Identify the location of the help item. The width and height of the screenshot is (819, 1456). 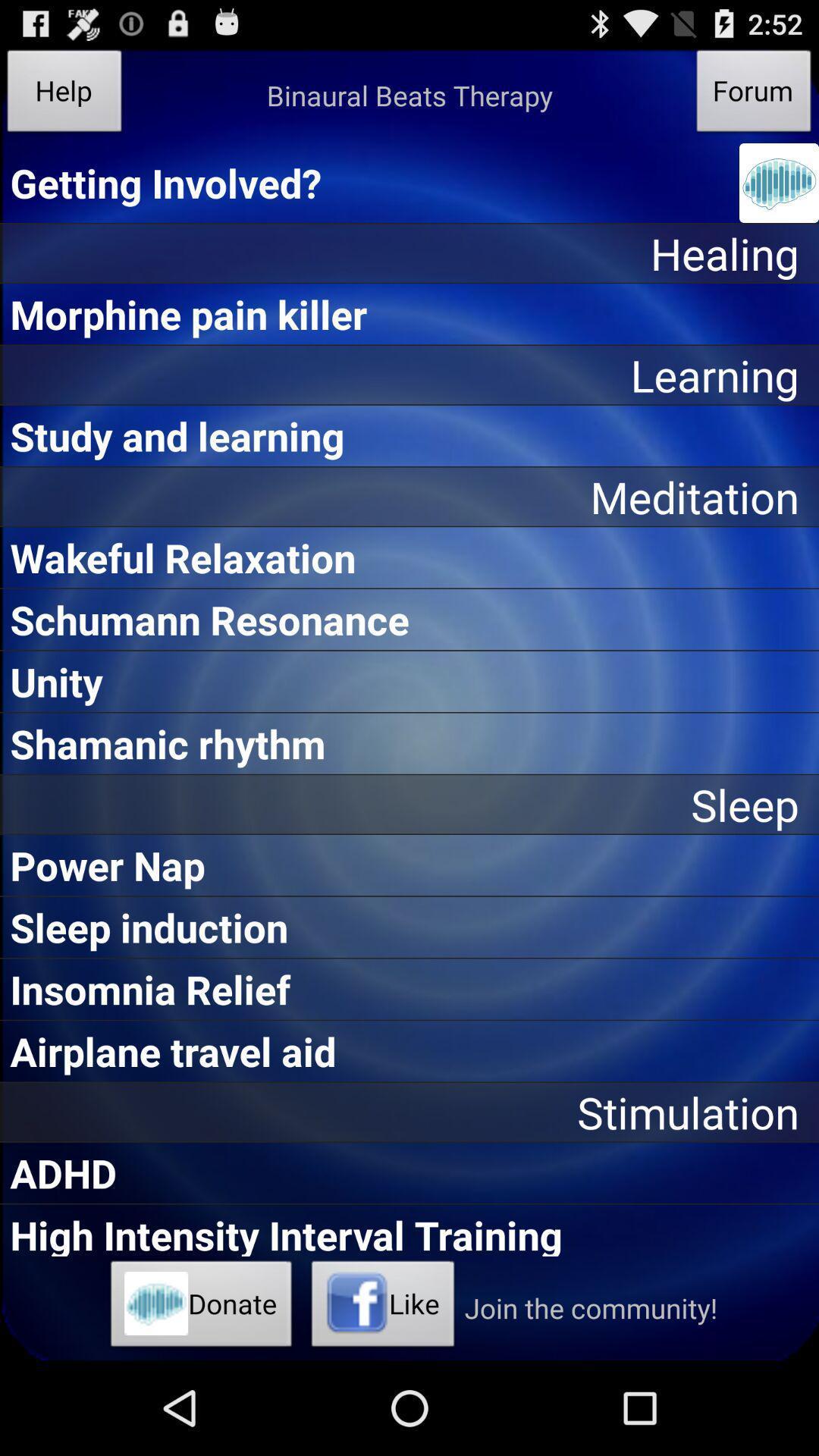
(64, 94).